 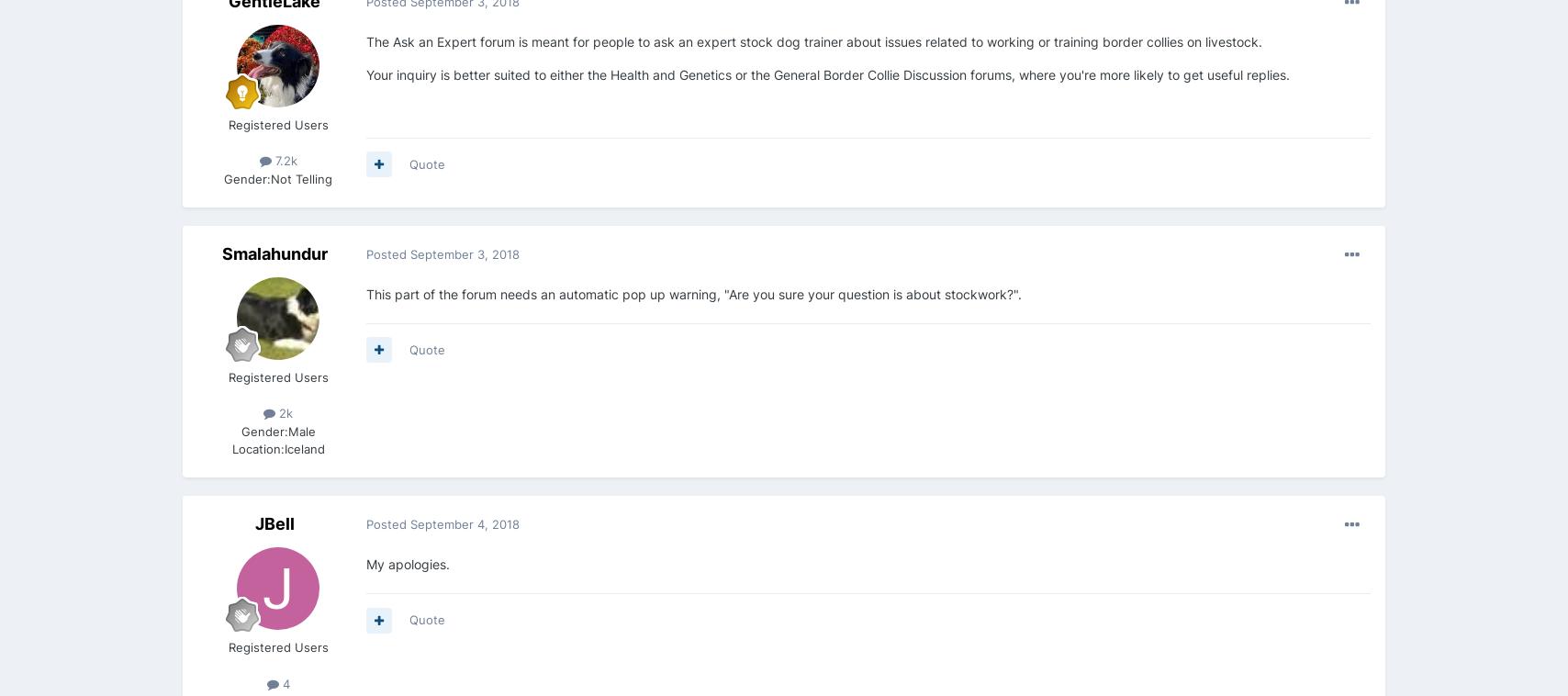 What do you see at coordinates (827, 73) in the screenshot?
I see `'Your inquiry is better suited to either the Health and Genetics or the General Border Collie Discussion forums, where you're more likely to get useful replies.'` at bounding box center [827, 73].